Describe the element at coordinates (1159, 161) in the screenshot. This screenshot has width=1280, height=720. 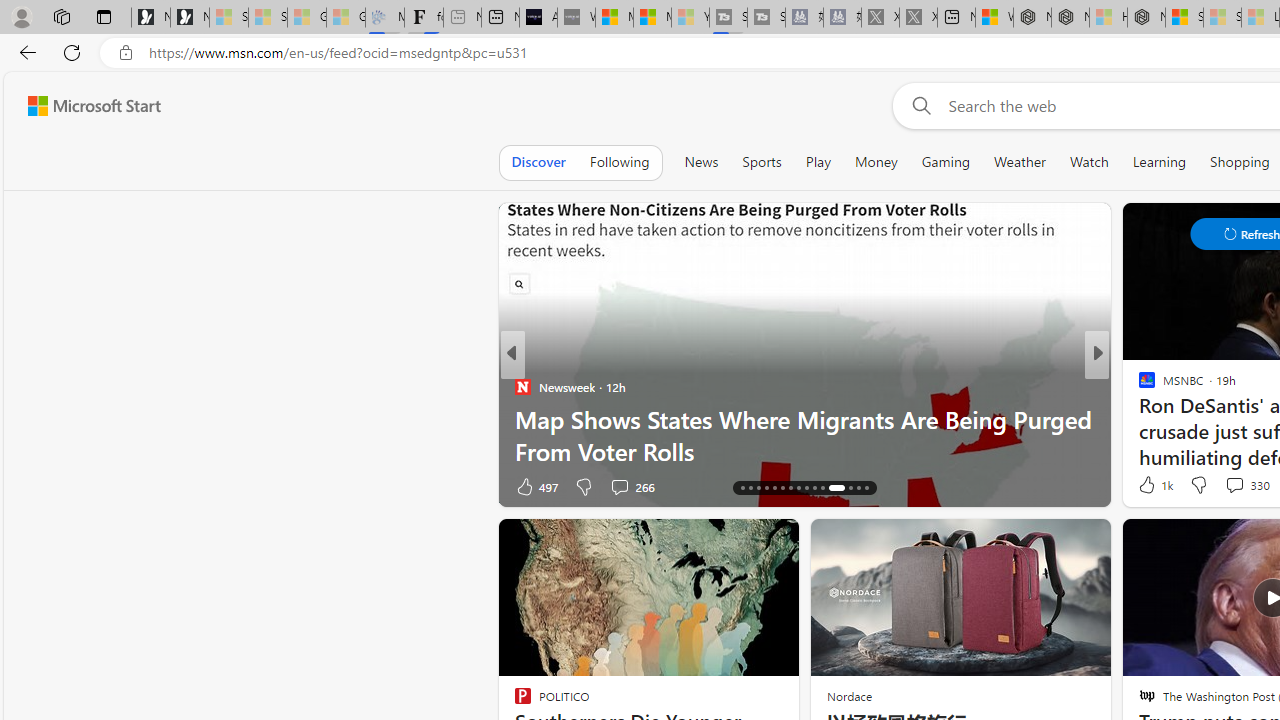
I see `'Learning'` at that location.